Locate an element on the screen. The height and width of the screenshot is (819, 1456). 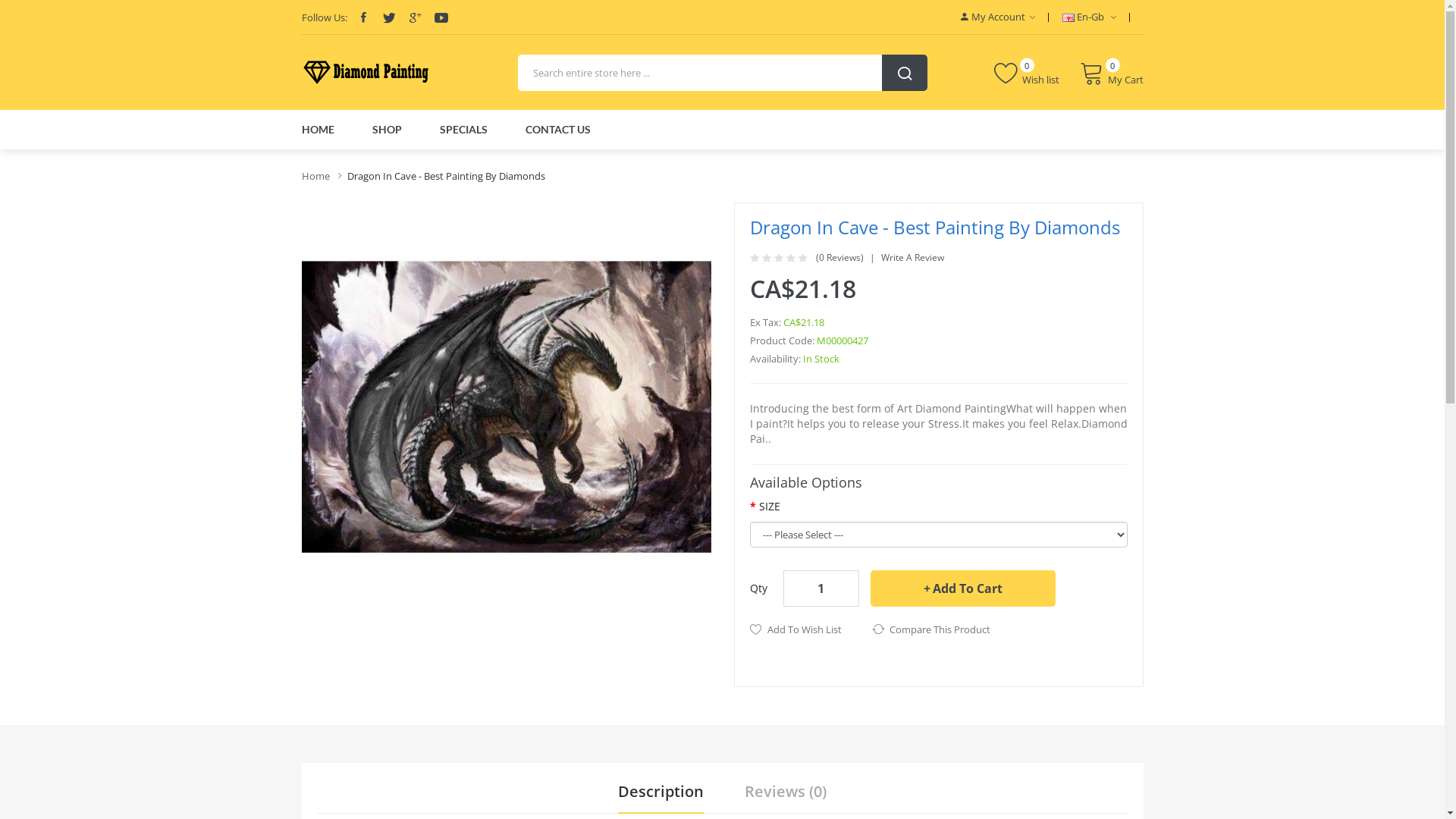
'Home' is located at coordinates (315, 174).